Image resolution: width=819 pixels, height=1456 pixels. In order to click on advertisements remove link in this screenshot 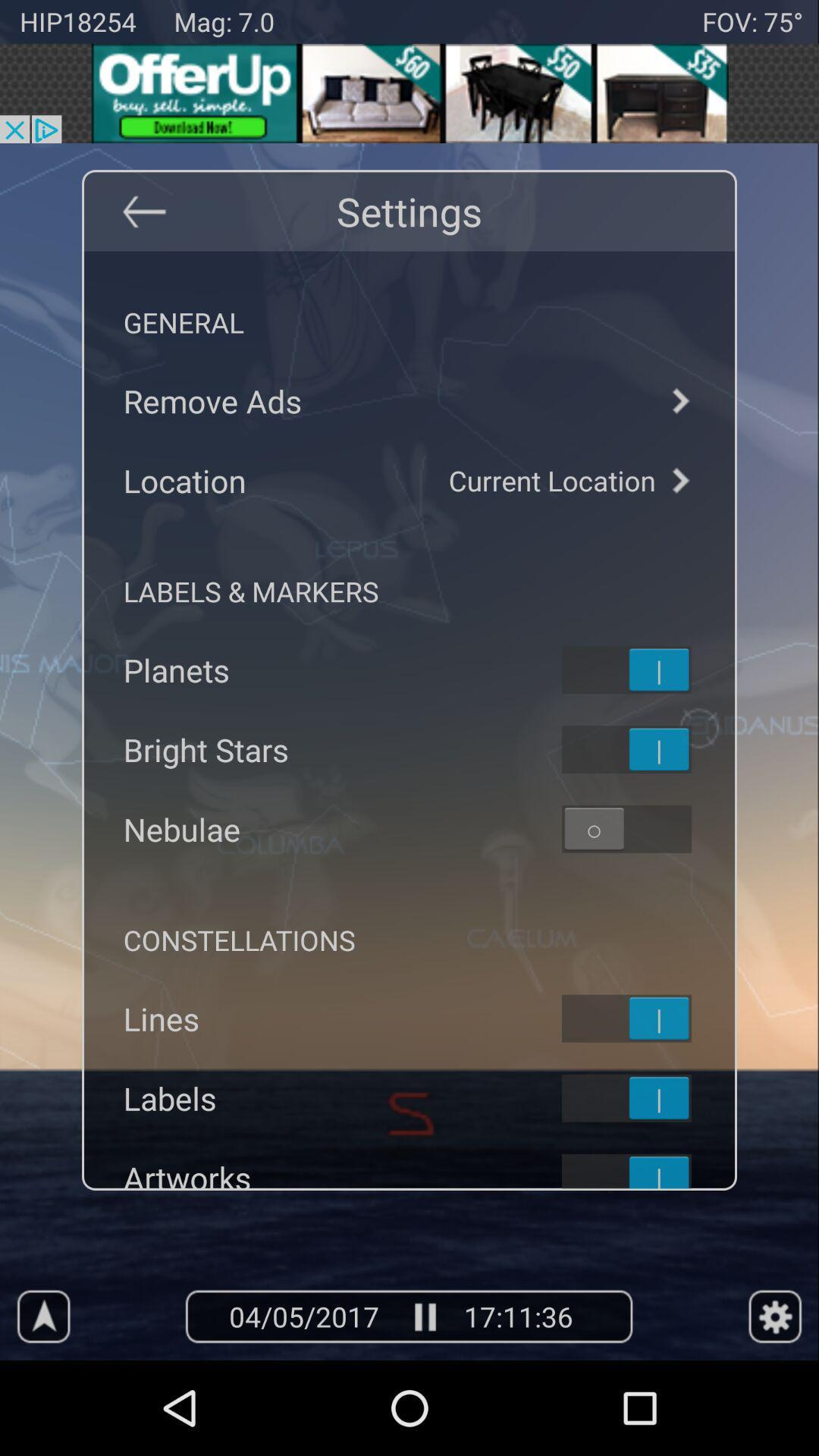, I will do `click(409, 400)`.